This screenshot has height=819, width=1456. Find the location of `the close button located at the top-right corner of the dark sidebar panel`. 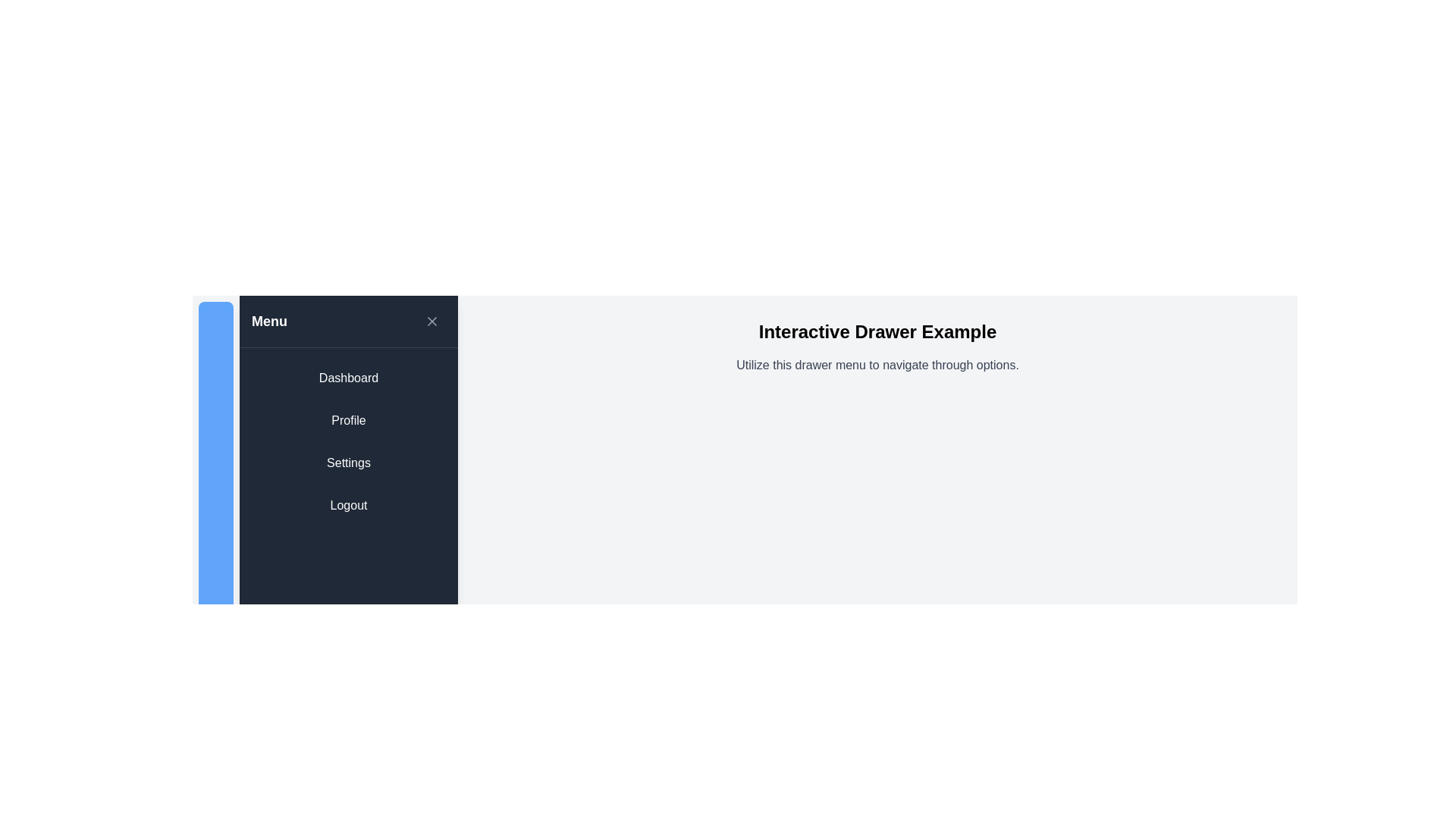

the close button located at the top-right corner of the dark sidebar panel is located at coordinates (431, 321).